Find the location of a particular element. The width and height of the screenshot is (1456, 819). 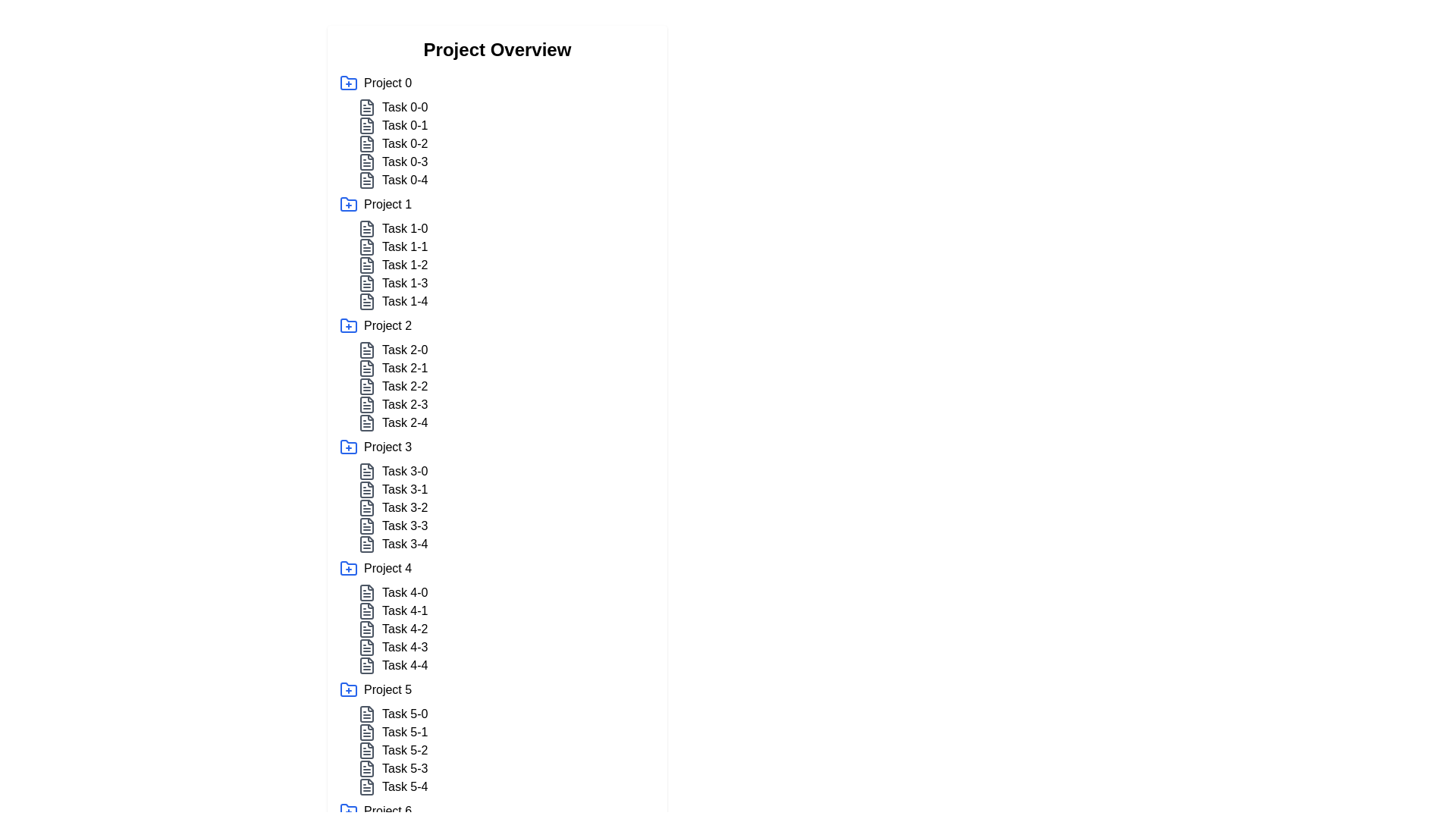

the text label indicating 'Task 2-0' under the 'Project 2' section in the 'Project Overview' list is located at coordinates (405, 350).